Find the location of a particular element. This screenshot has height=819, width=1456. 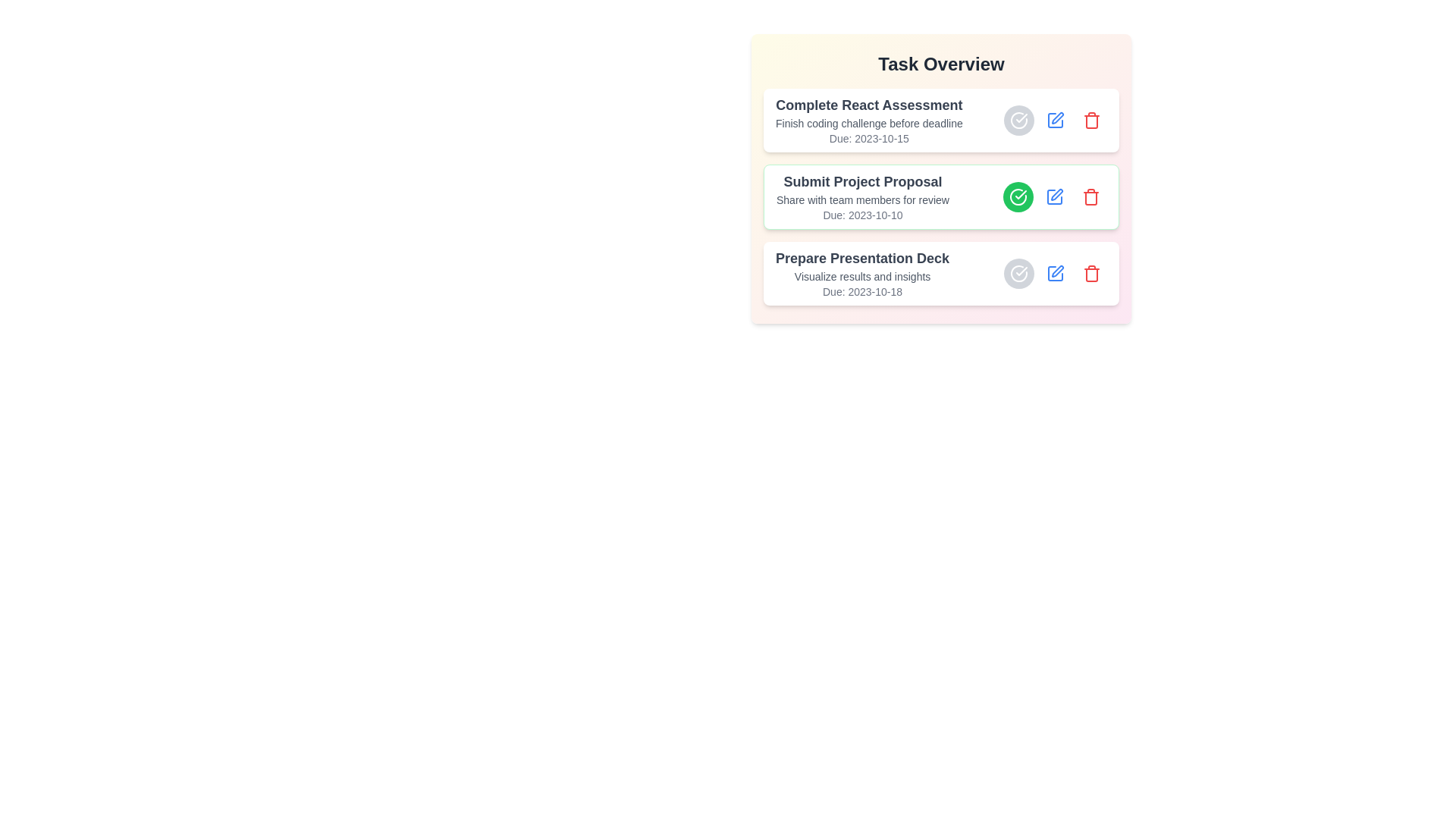

the edit button next to the task 'Complete React Assessment' is located at coordinates (1055, 119).